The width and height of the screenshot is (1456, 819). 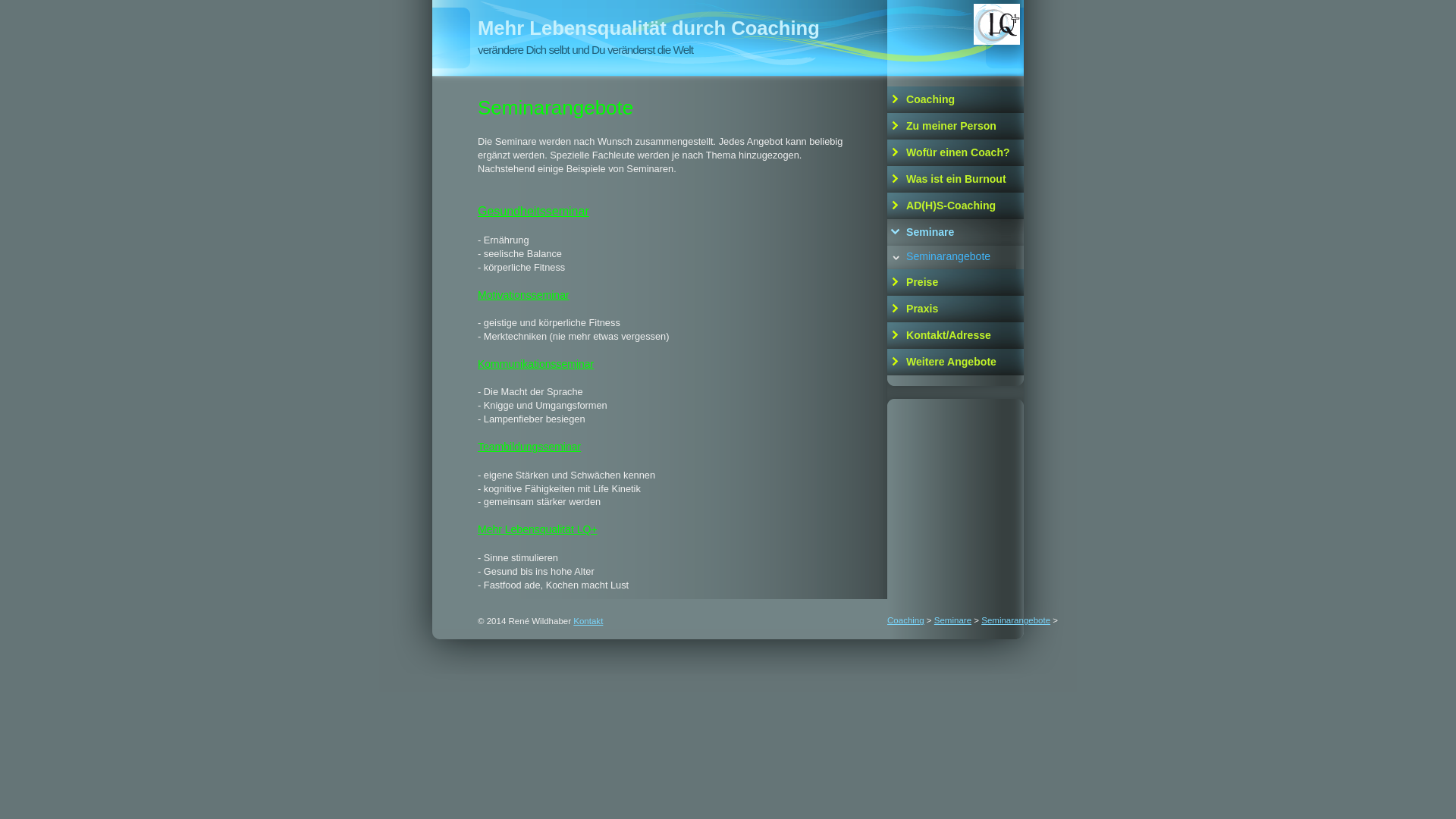 I want to click on 'Coaching', so click(x=905, y=620).